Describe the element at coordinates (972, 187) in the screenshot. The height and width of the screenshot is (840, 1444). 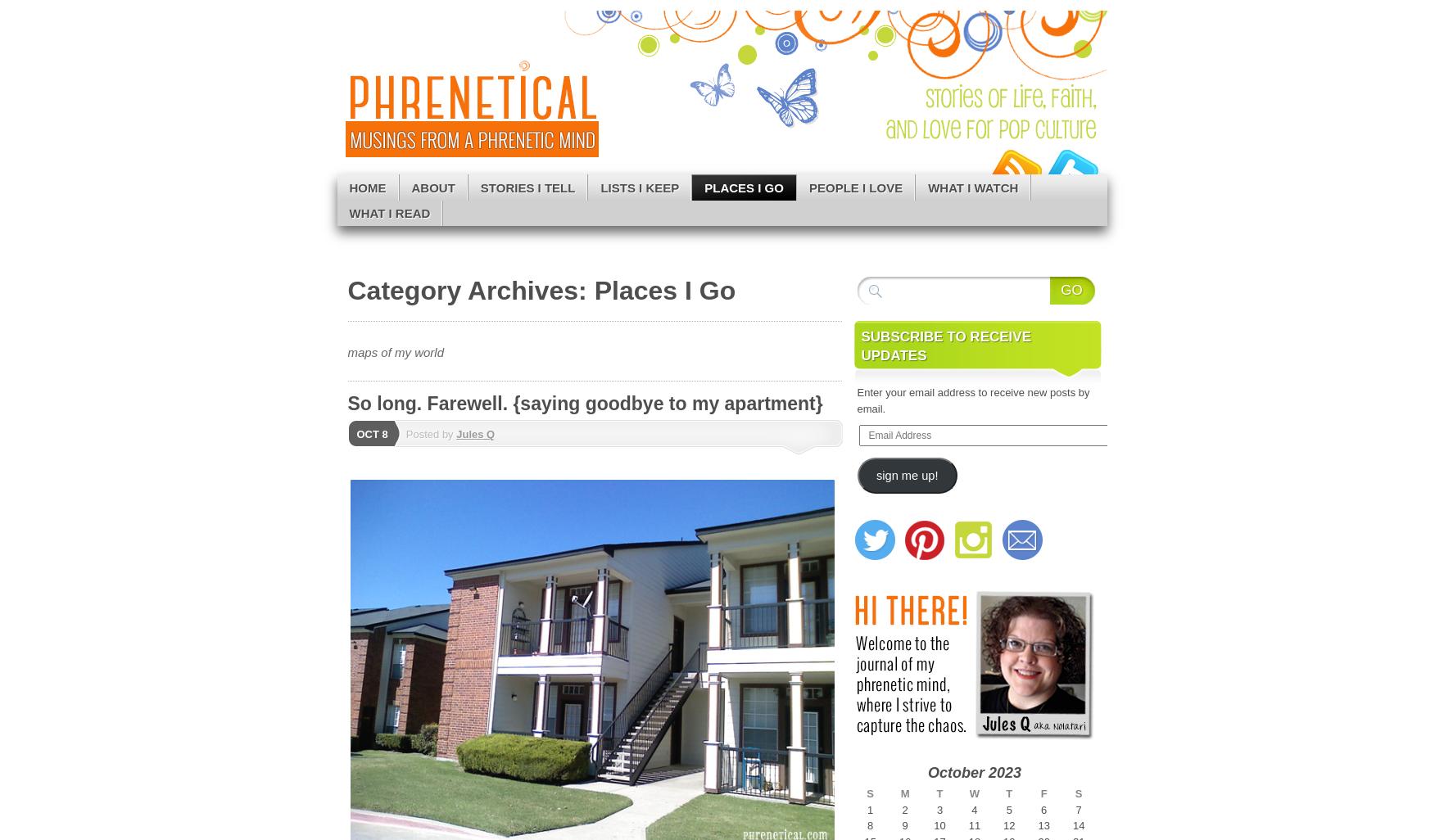
I see `'What I Watch'` at that location.